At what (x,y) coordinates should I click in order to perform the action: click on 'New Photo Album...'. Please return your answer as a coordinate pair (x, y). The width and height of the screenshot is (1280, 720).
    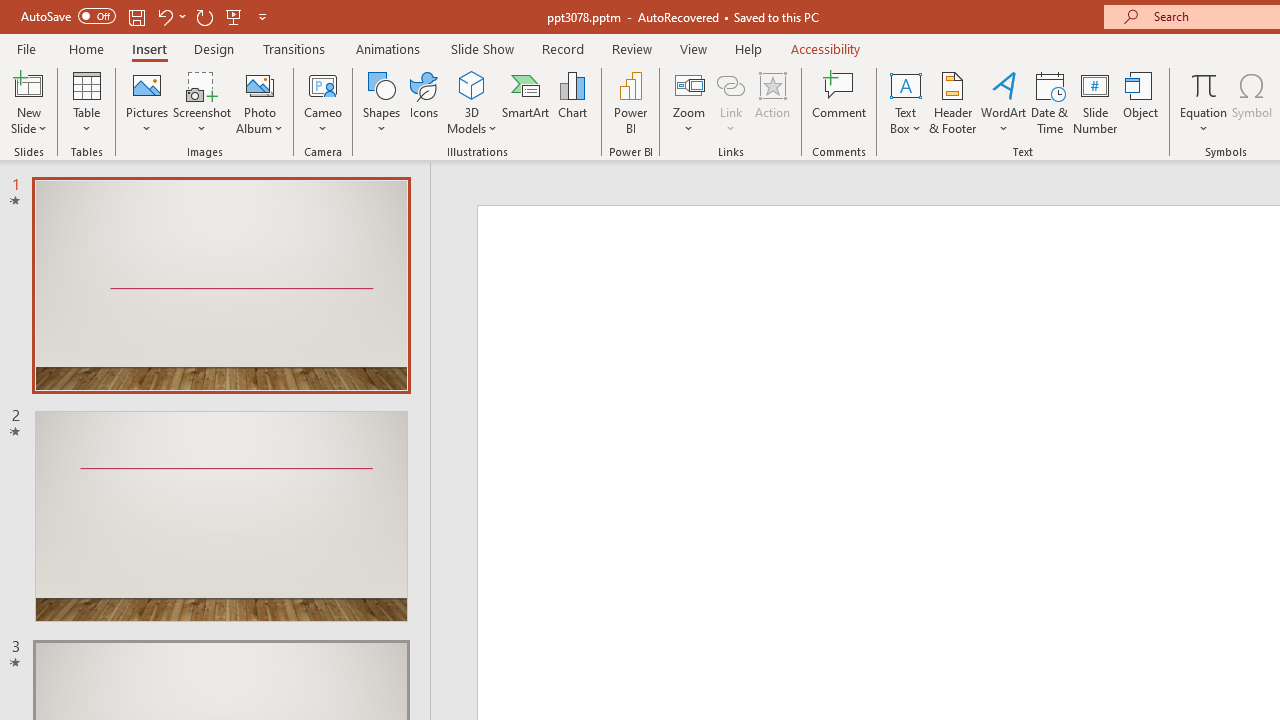
    Looking at the image, I should click on (258, 84).